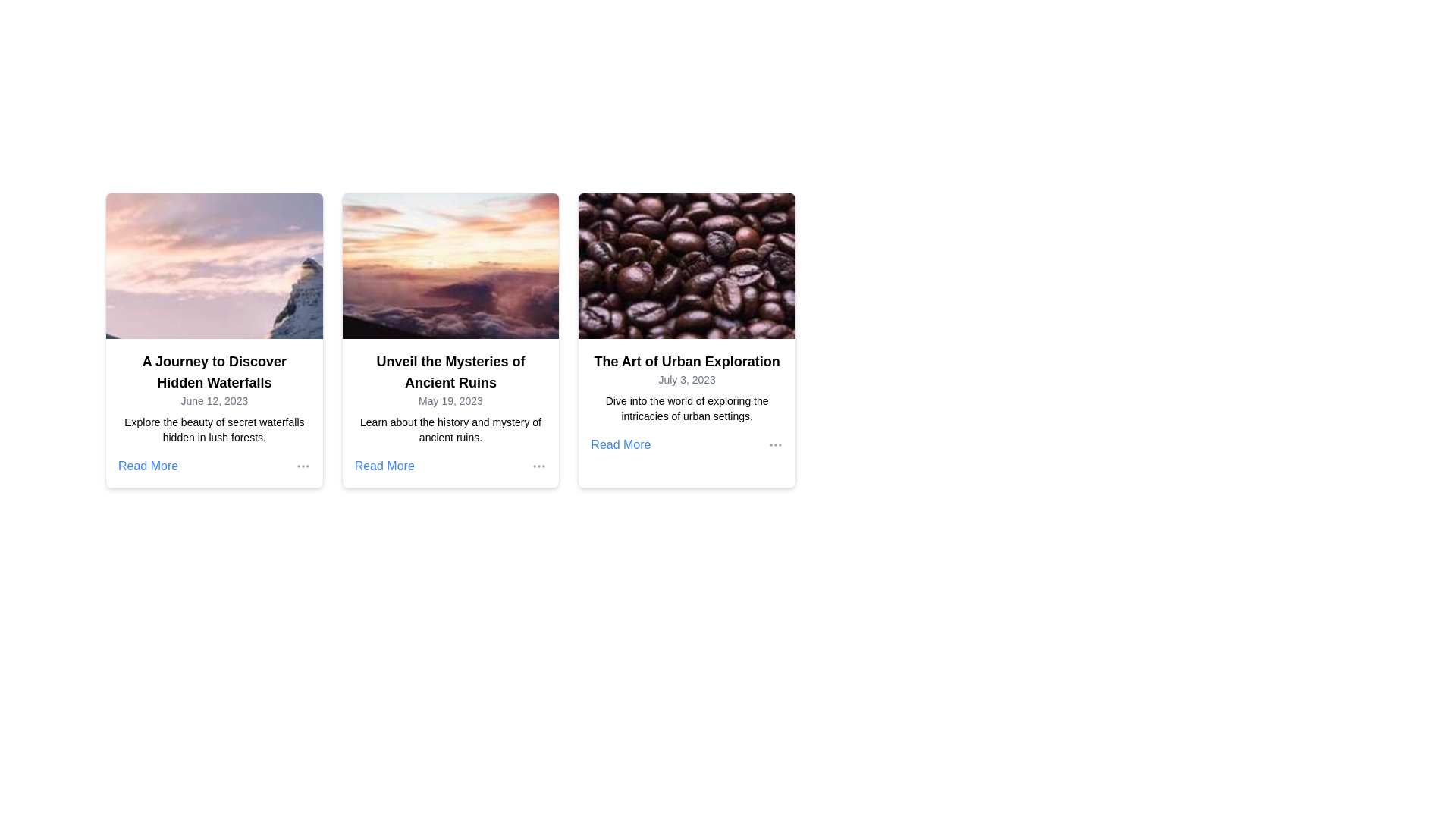 This screenshot has width=1456, height=819. What do you see at coordinates (450, 400) in the screenshot?
I see `the date text label displaying 'May 19, 2023', which is styled in a small gray font and positioned below the title 'Unveil the Mysteries of Ancient Ruins'` at bounding box center [450, 400].